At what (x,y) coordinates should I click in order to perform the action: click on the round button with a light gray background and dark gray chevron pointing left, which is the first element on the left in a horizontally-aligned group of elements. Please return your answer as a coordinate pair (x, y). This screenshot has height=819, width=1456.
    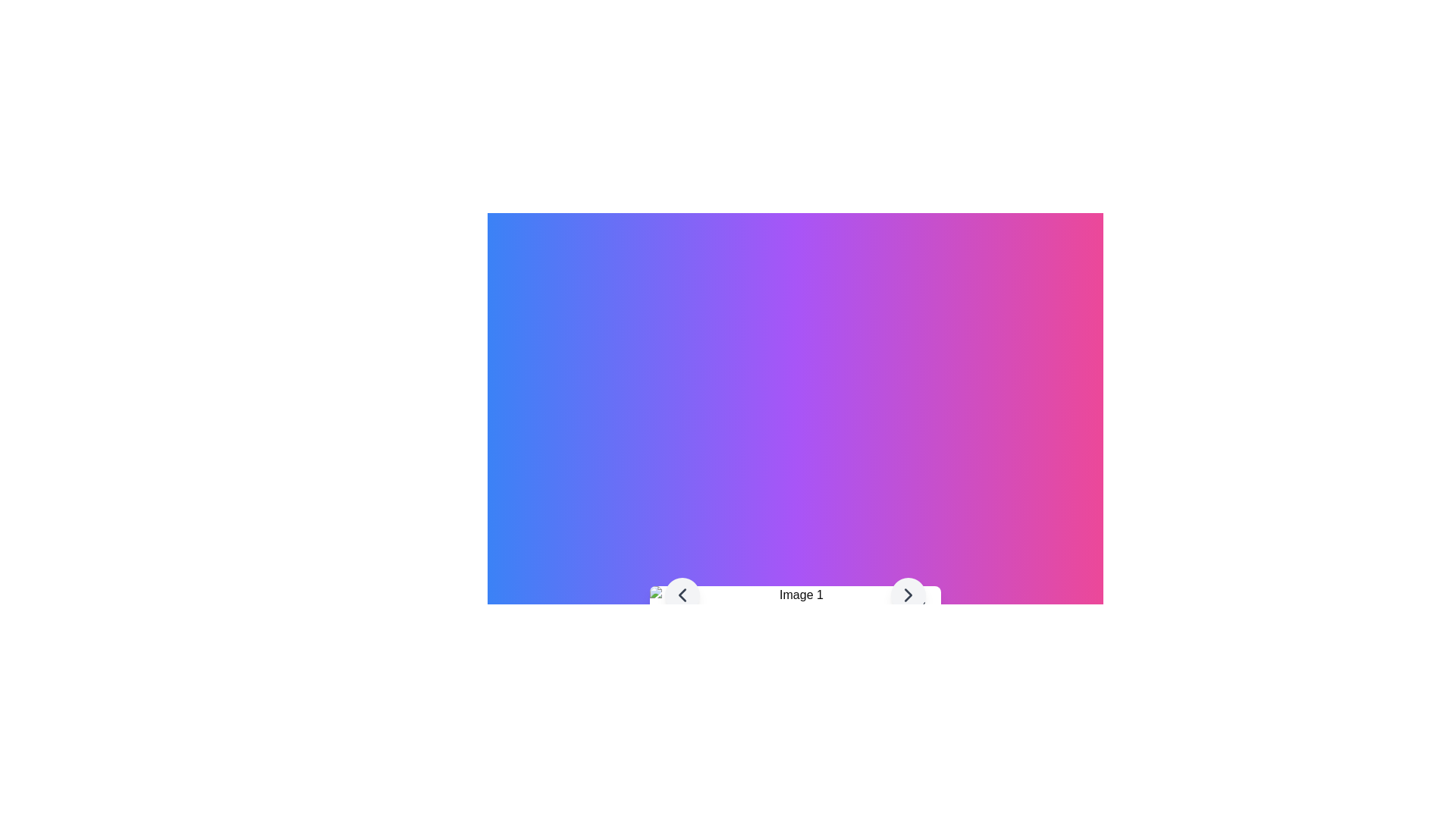
    Looking at the image, I should click on (682, 595).